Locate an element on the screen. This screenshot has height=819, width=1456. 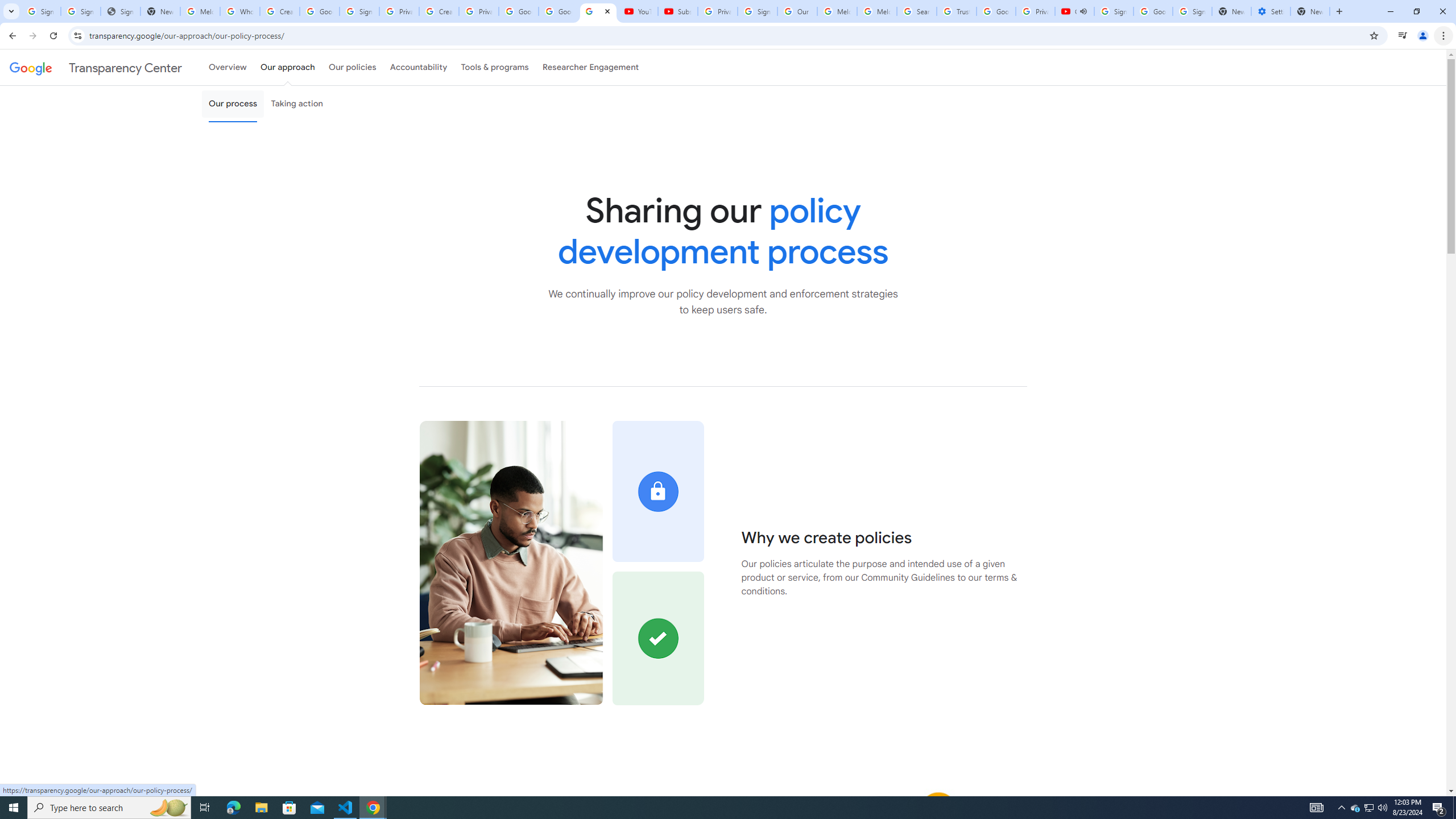
'Taking action' is located at coordinates (296, 103).